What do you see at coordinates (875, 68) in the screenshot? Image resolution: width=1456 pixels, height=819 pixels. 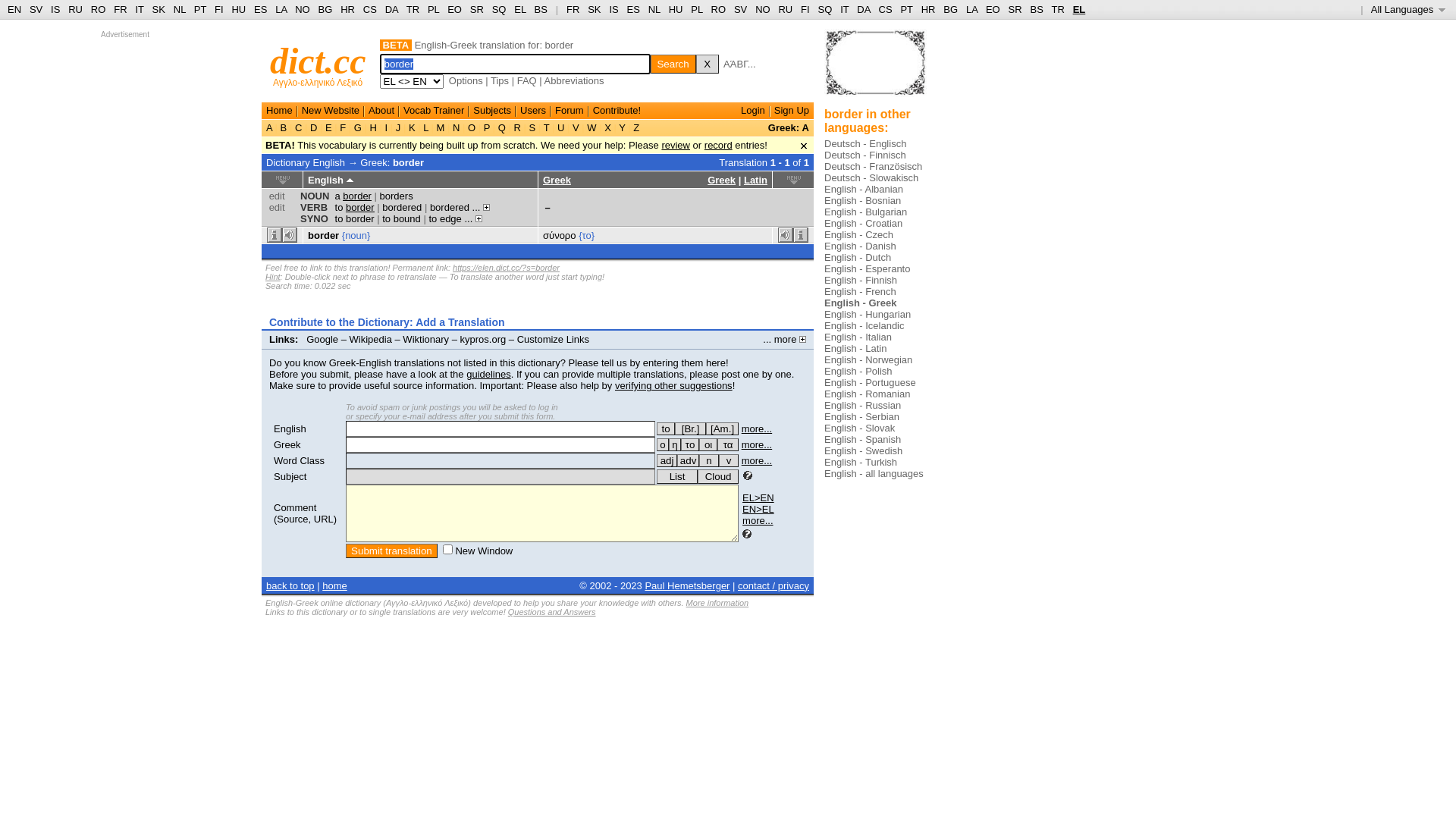 I see `'vector damask flourish border'` at bounding box center [875, 68].